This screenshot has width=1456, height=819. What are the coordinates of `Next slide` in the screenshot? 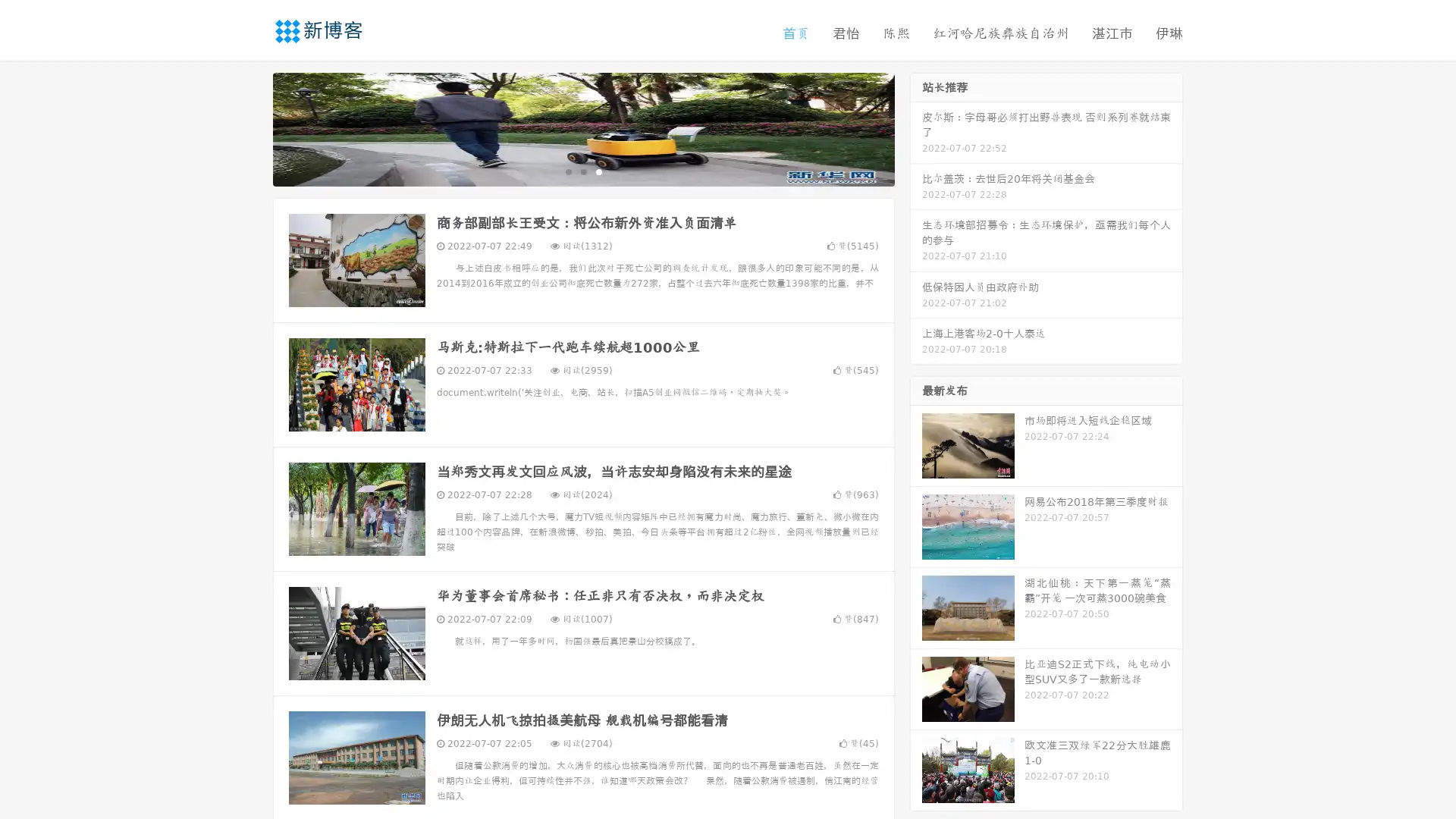 It's located at (916, 127).